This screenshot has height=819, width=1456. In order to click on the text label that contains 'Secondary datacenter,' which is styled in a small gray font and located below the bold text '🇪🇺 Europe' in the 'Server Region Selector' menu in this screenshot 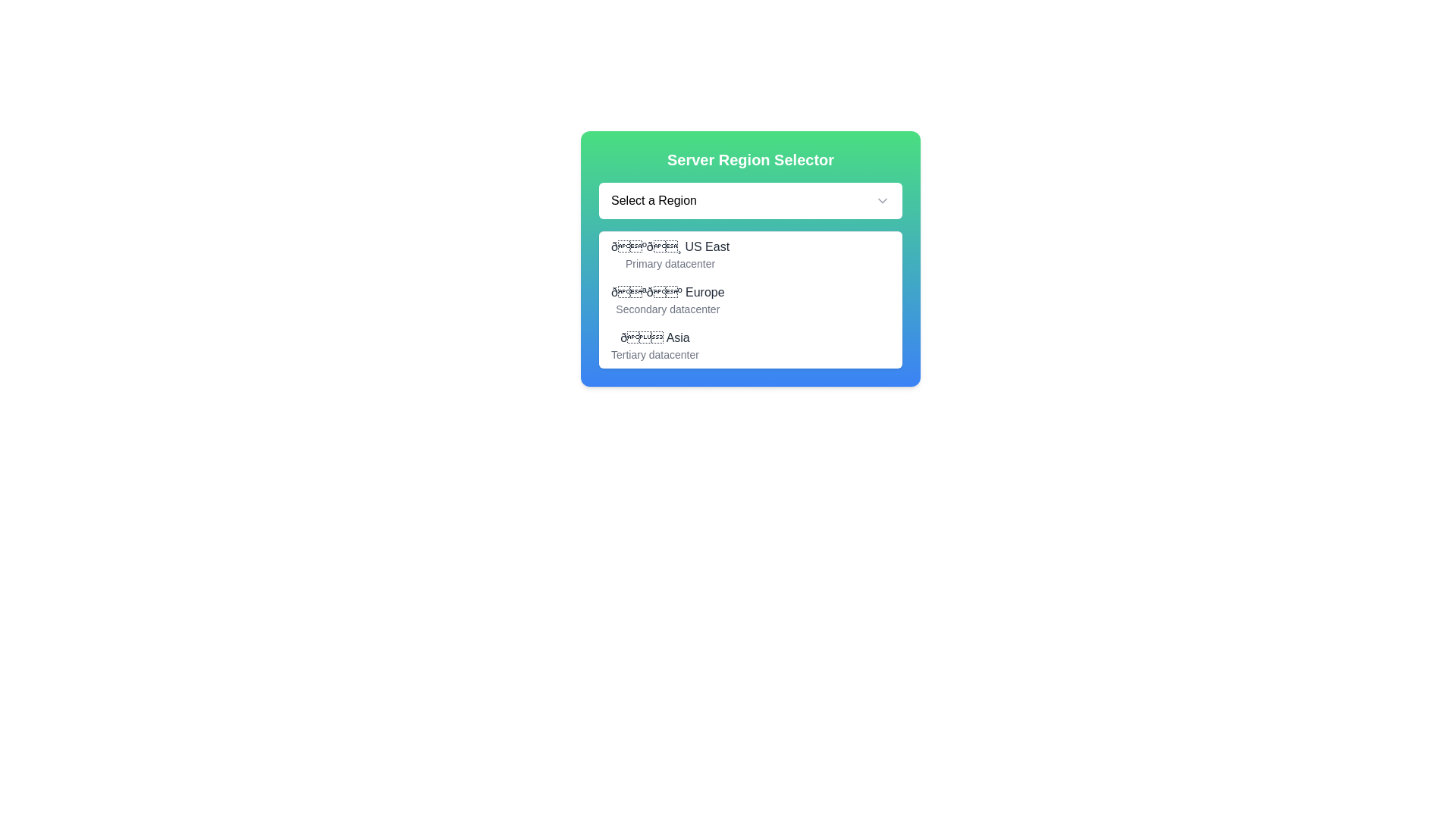, I will do `click(667, 309)`.